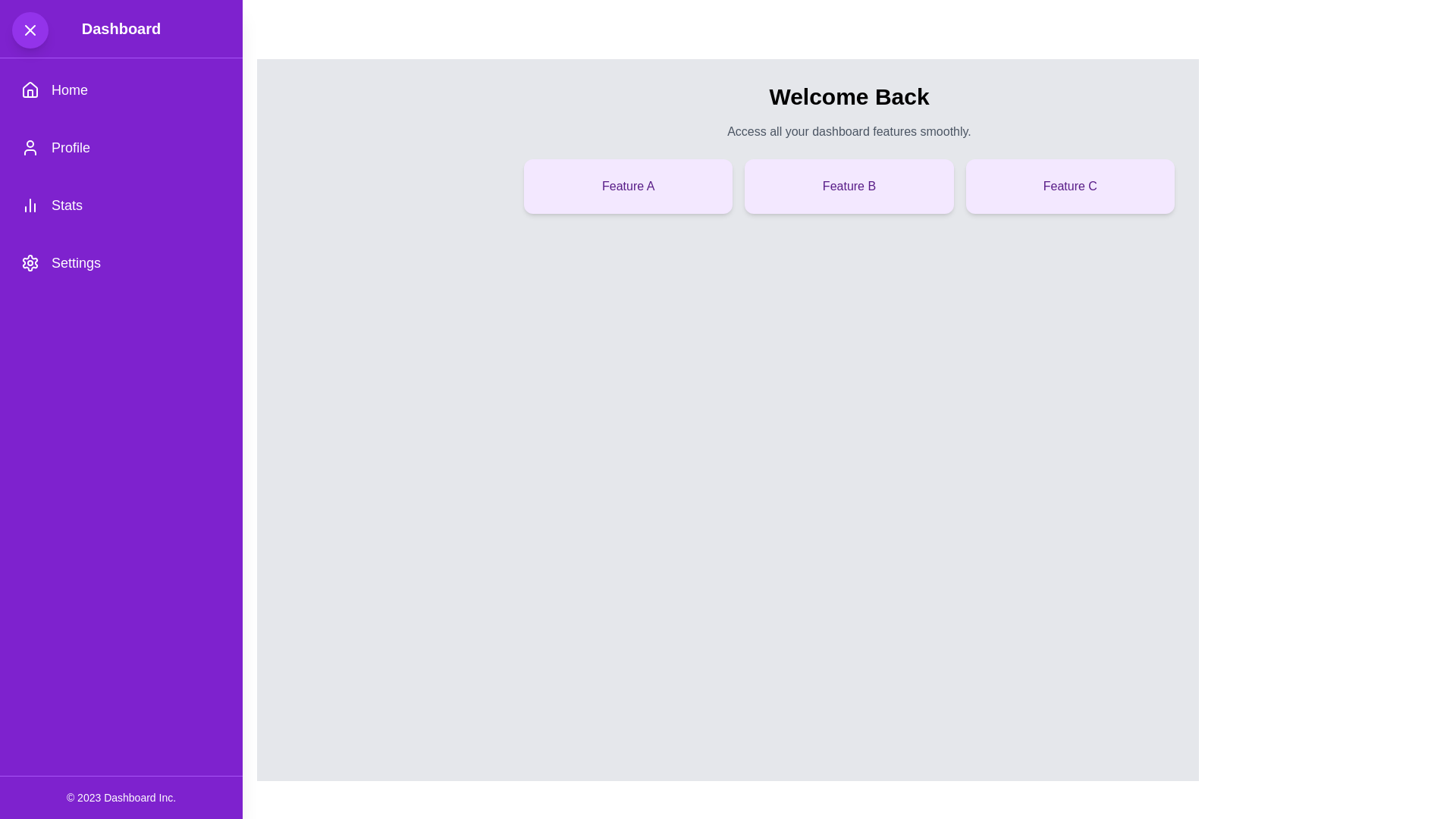  I want to click on the door graphic element of the house icon located at the bottom-center of the icon, which is adjacent to the 'Home' text in the left-hand vertical navigation menu, so click(30, 93).